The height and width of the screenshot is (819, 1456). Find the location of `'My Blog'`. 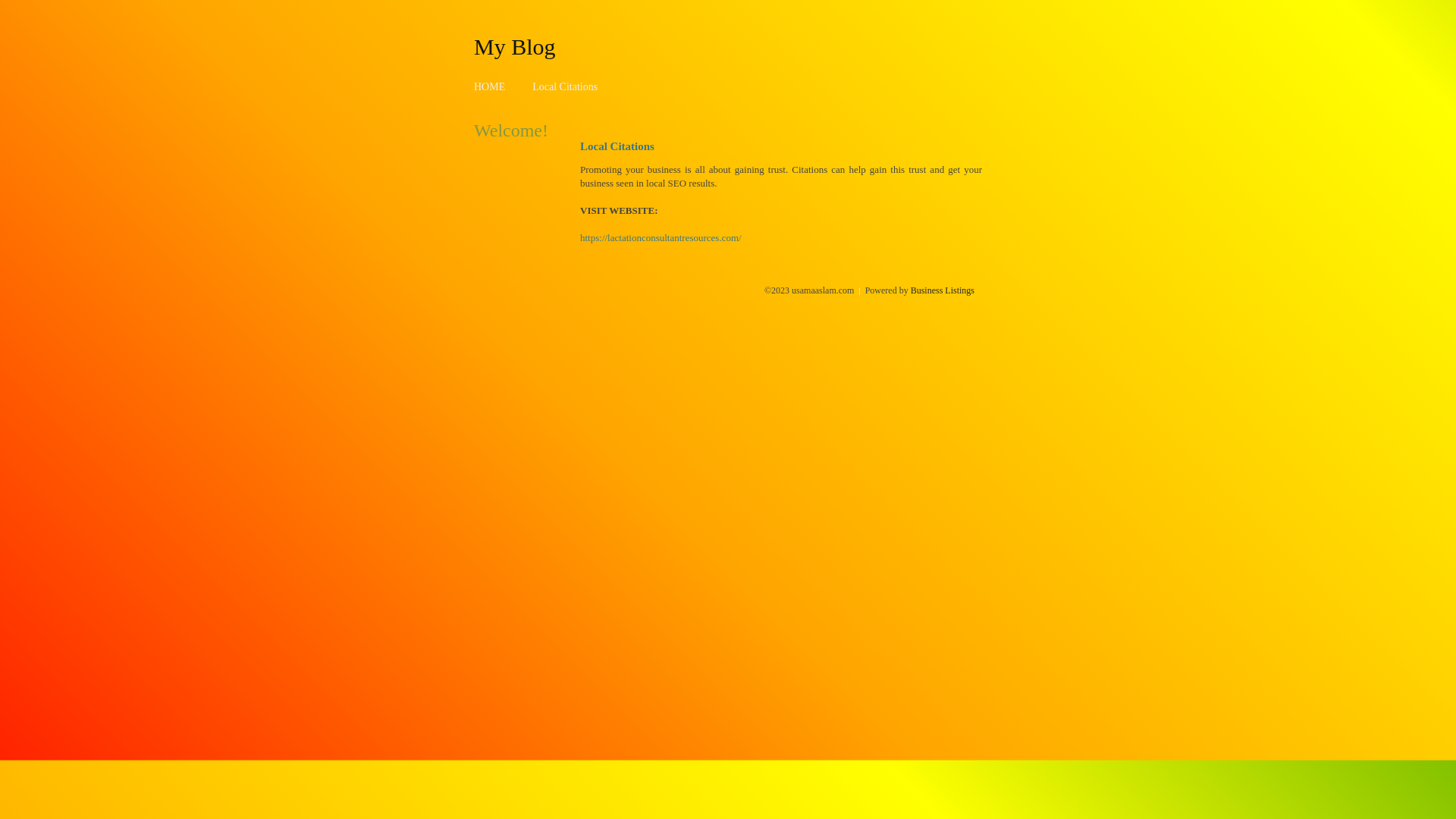

'My Blog' is located at coordinates (514, 45).